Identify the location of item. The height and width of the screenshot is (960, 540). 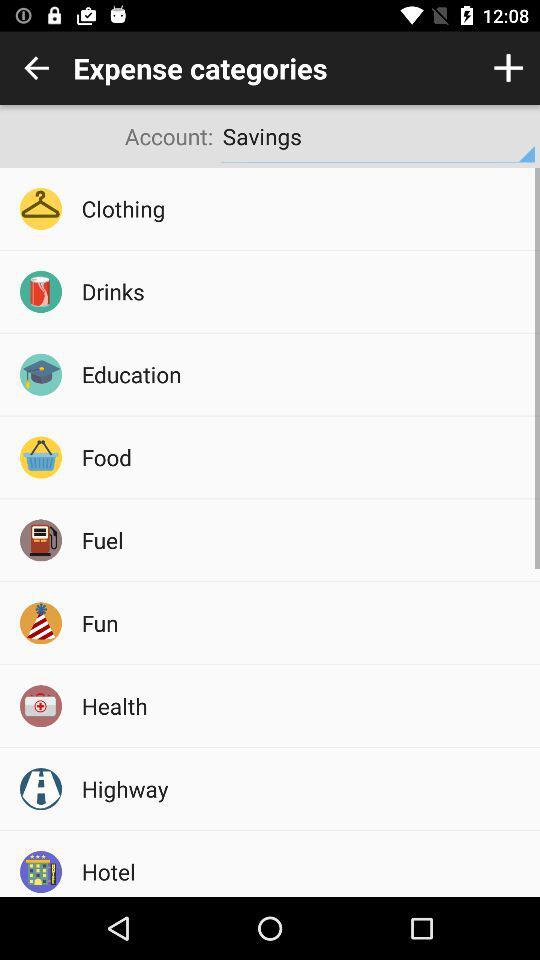
(508, 68).